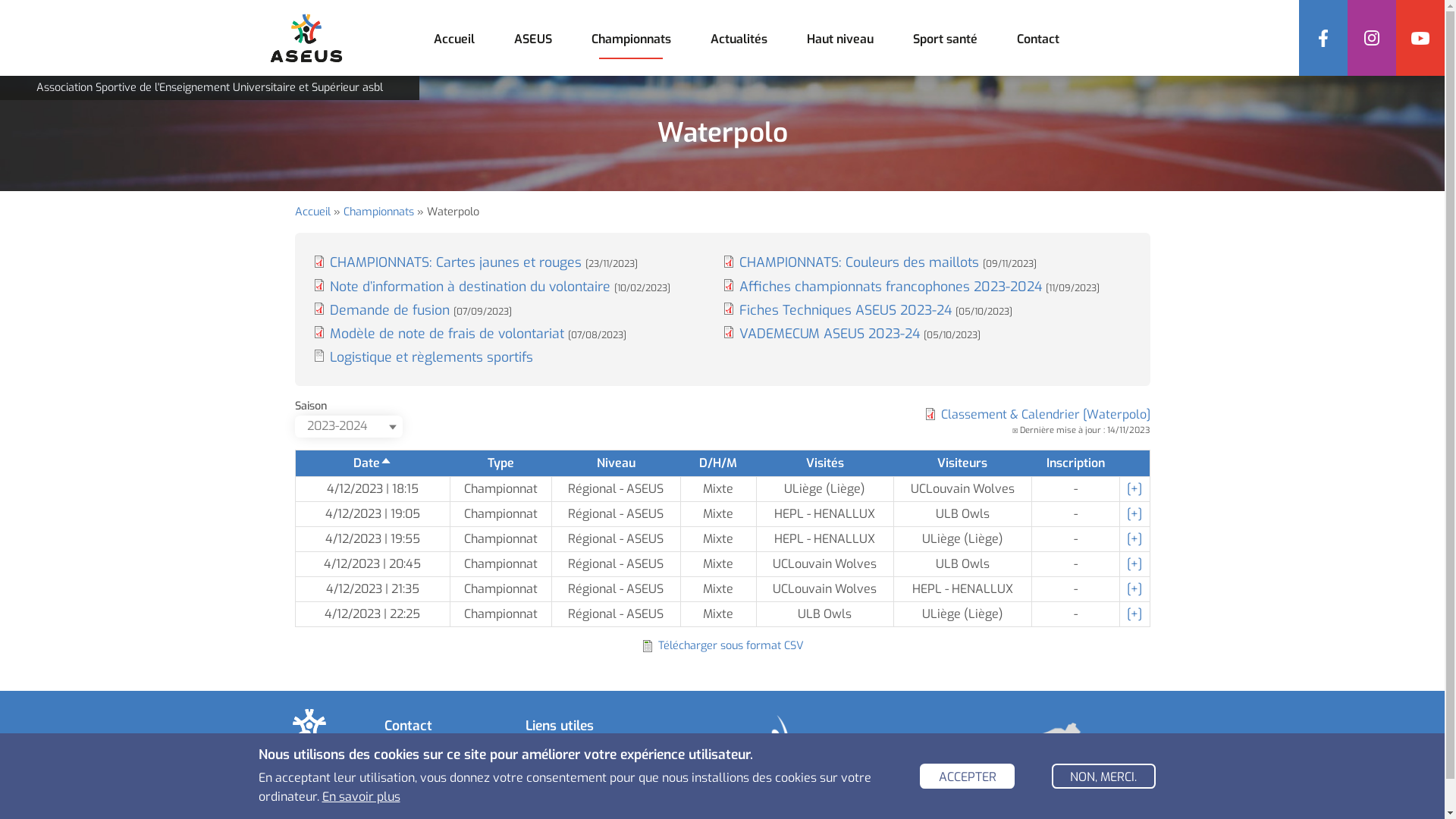  What do you see at coordinates (1127, 613) in the screenshot?
I see `'[+]'` at bounding box center [1127, 613].